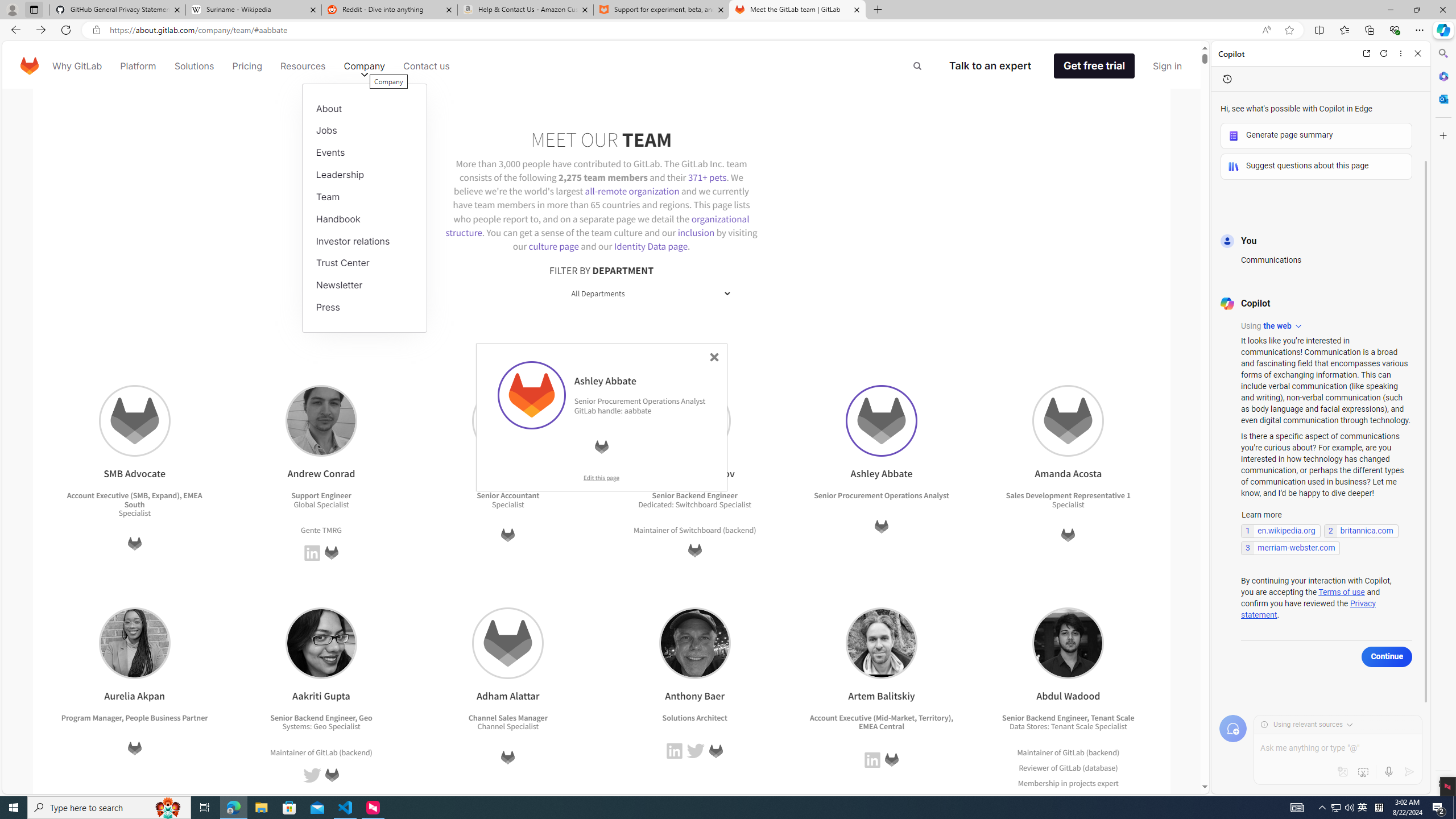 The width and height of the screenshot is (1456, 819). Describe the element at coordinates (695, 420) in the screenshot. I see `'Andrey Ruzmanov'` at that location.